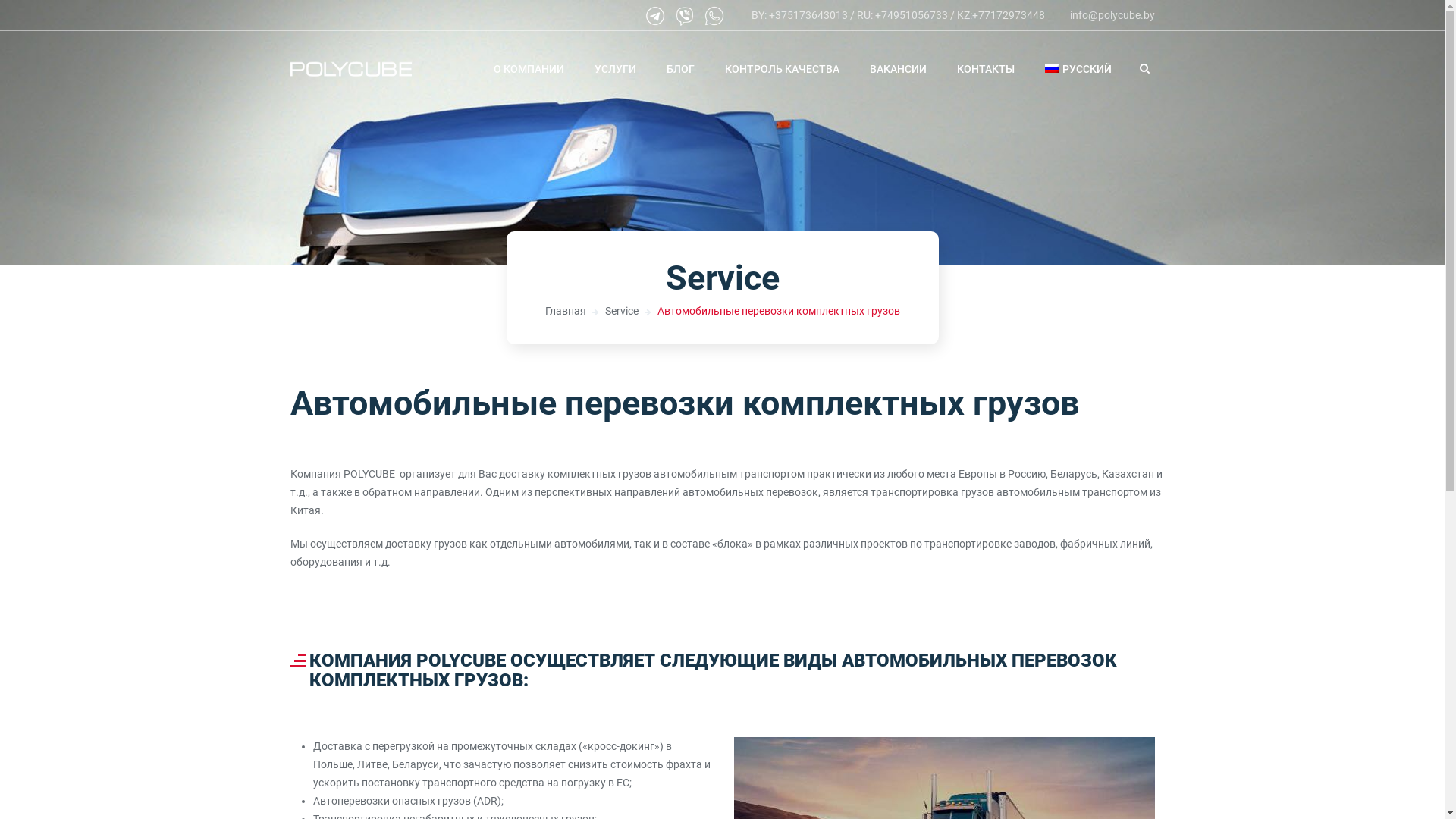 The height and width of the screenshot is (819, 1456). I want to click on 'info@polycube.by', so click(1111, 14).